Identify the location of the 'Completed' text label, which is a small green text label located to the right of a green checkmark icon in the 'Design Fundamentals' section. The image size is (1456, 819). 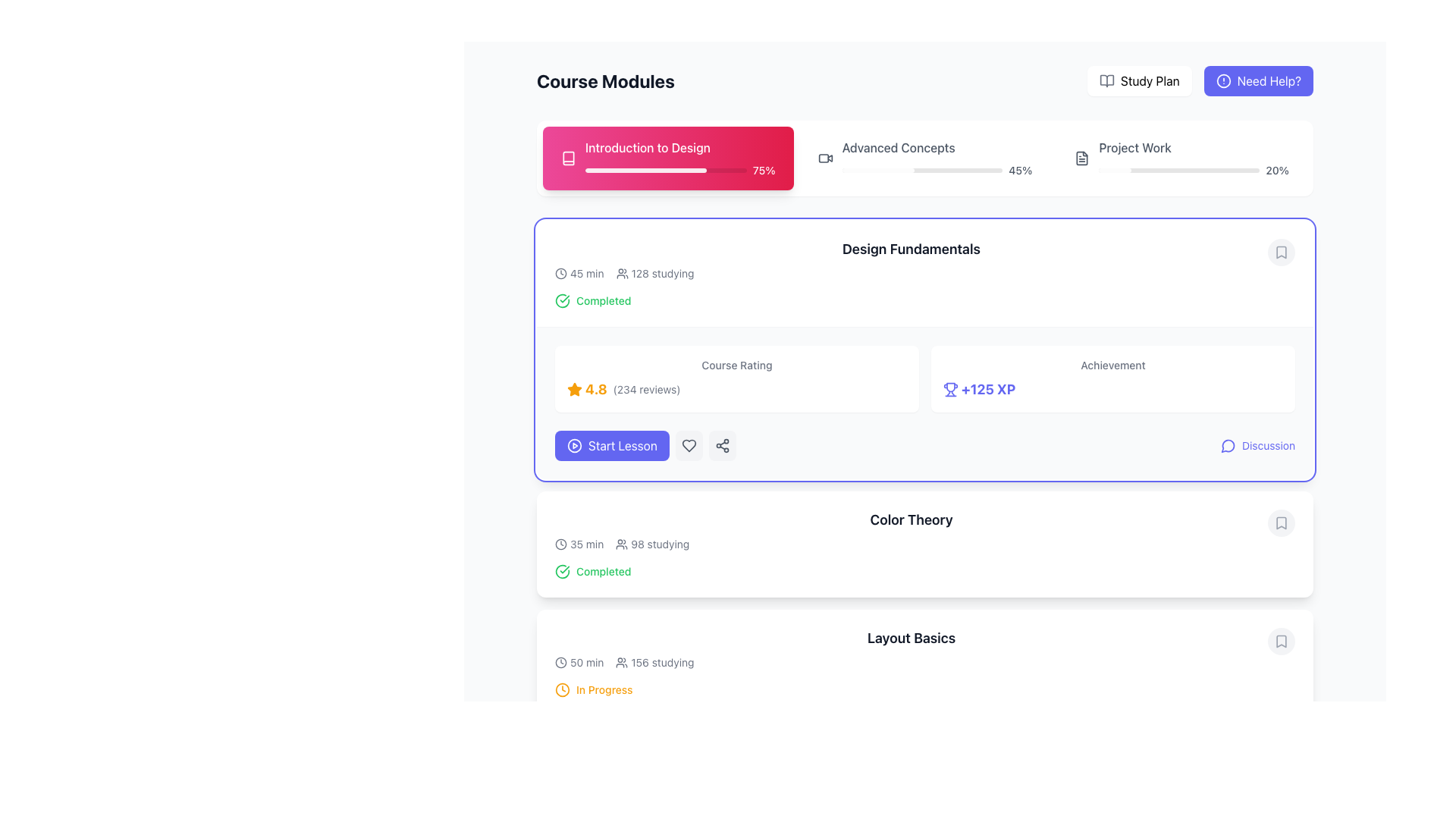
(603, 301).